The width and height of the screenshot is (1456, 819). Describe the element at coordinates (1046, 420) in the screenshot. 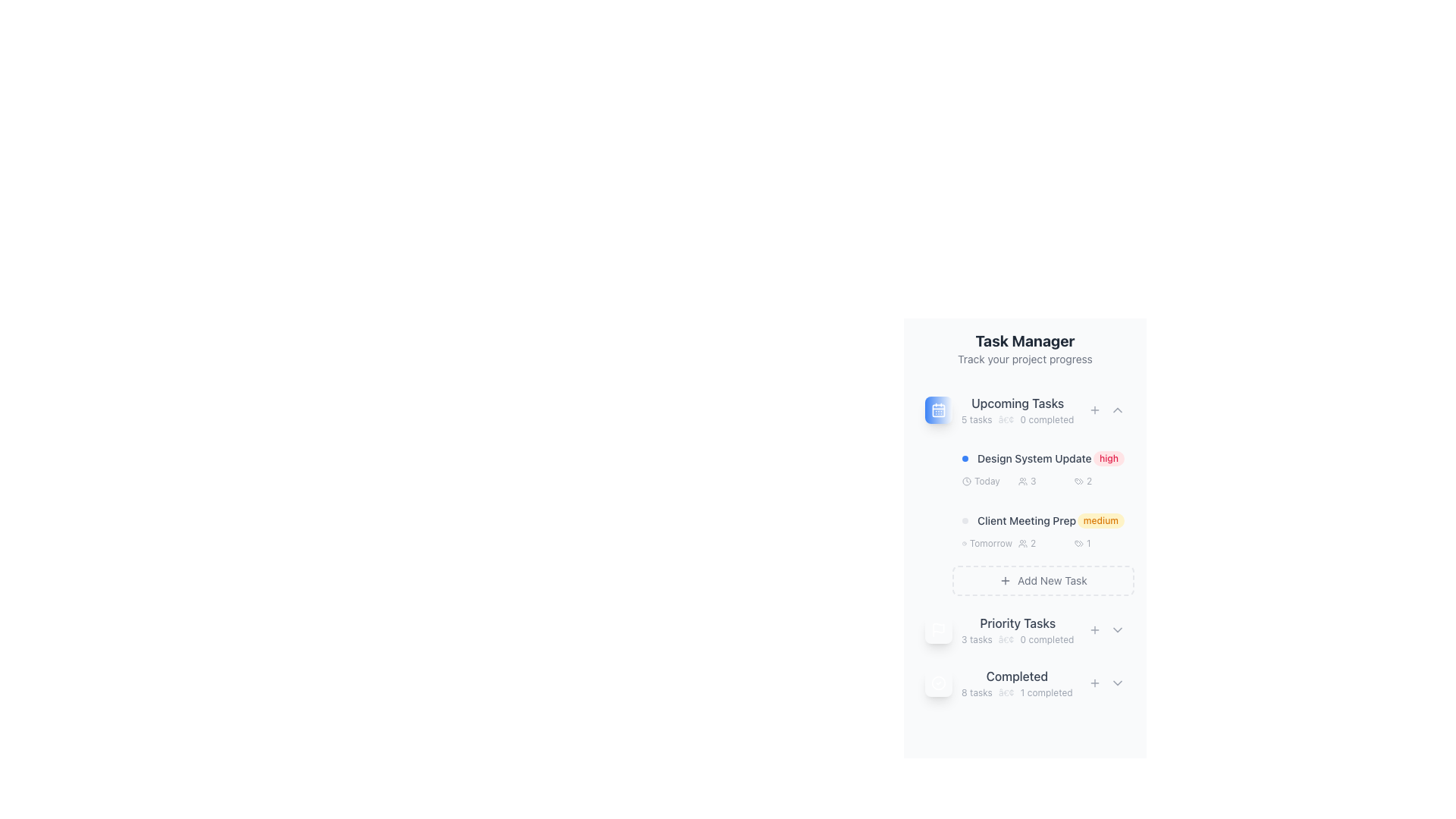

I see `the text label displaying '0 completed' which is styled in light gray and located within the 'Upcoming Tasks' section, positioned to the right of a bullet-like separator and another text element '5 tasks'` at that location.